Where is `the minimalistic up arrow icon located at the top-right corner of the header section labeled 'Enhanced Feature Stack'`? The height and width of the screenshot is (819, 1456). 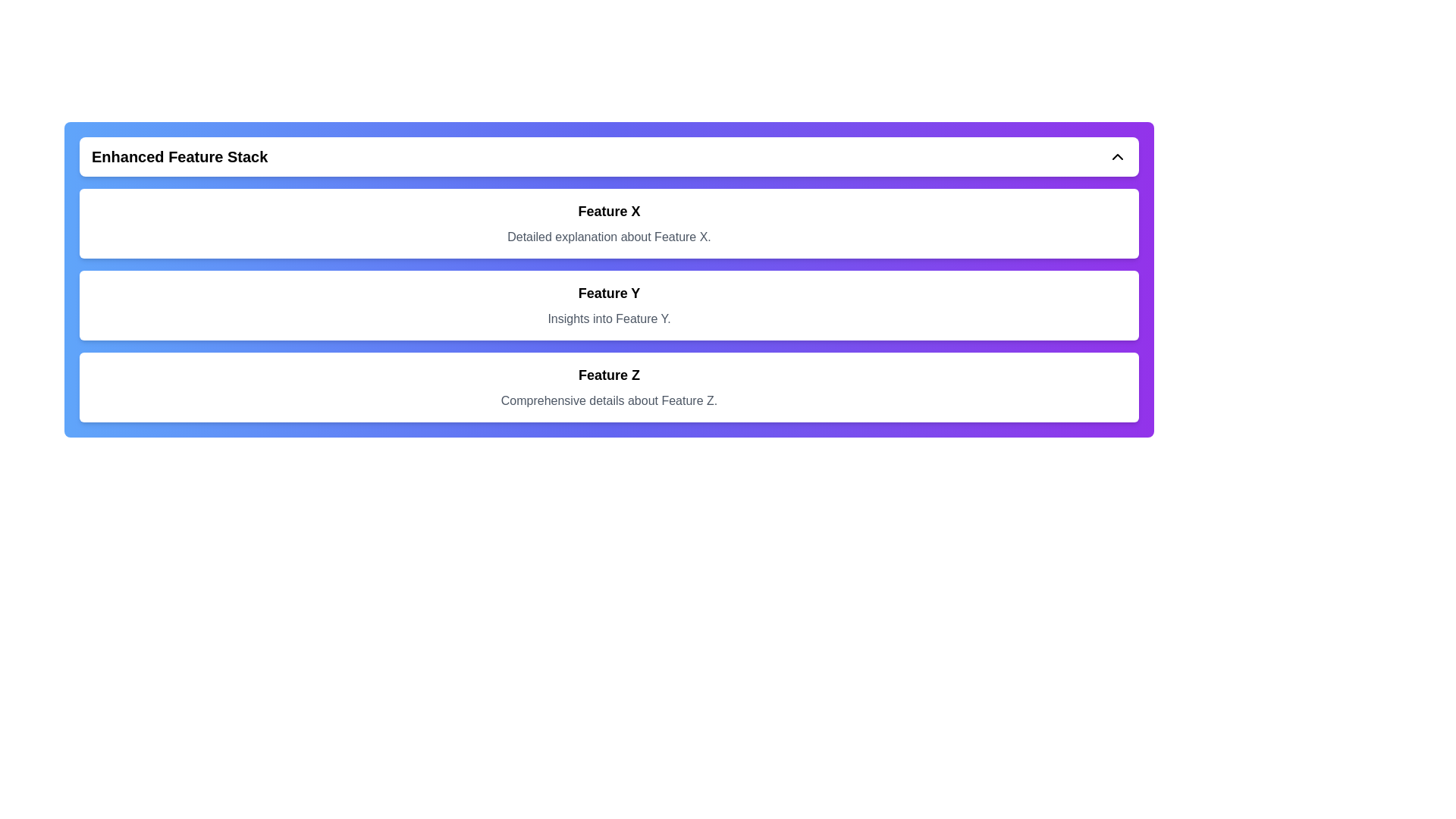 the minimalistic up arrow icon located at the top-right corner of the header section labeled 'Enhanced Feature Stack' is located at coordinates (1117, 157).